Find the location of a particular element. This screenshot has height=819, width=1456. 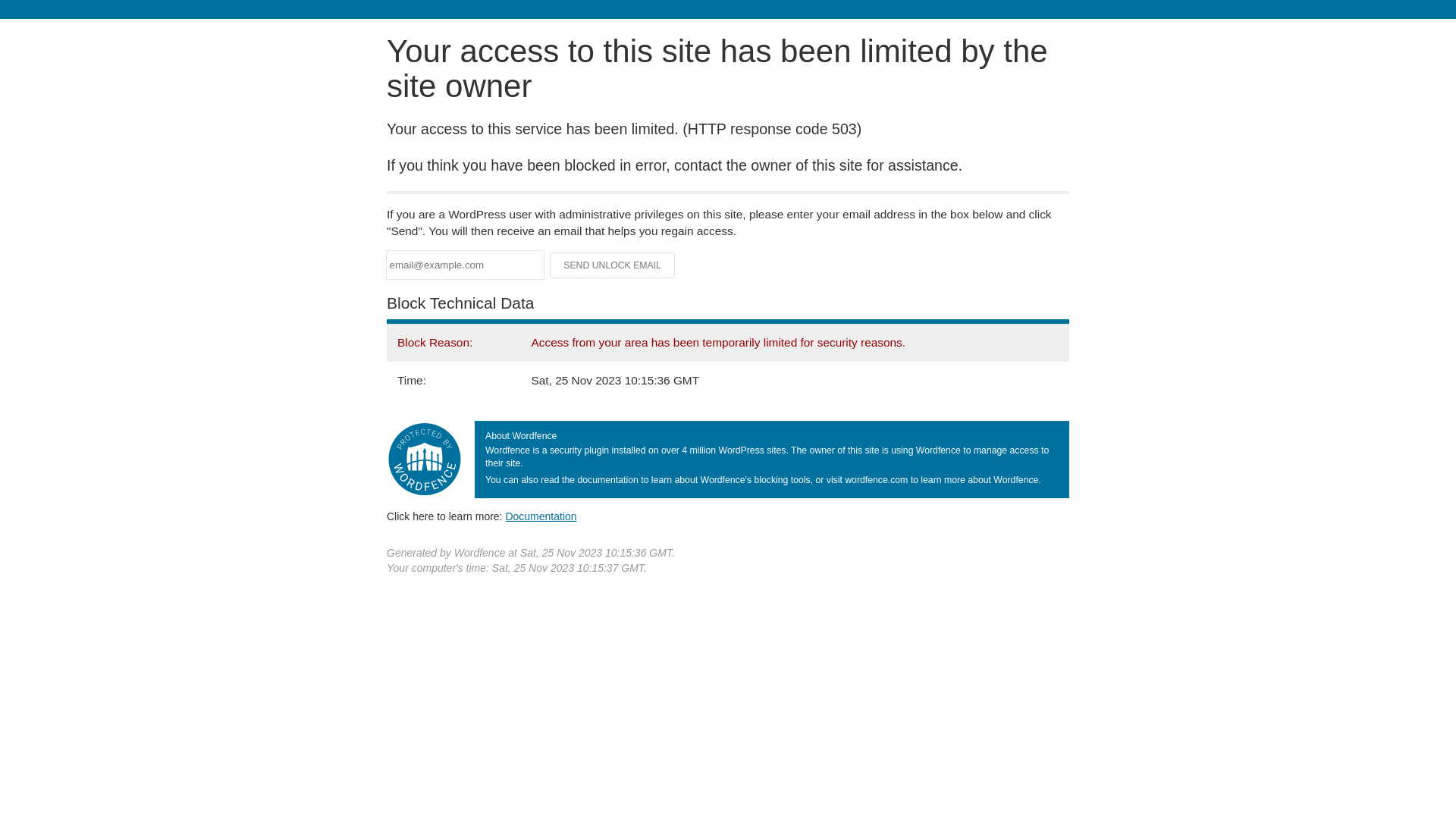

'Send Unlock Email' is located at coordinates (612, 265).